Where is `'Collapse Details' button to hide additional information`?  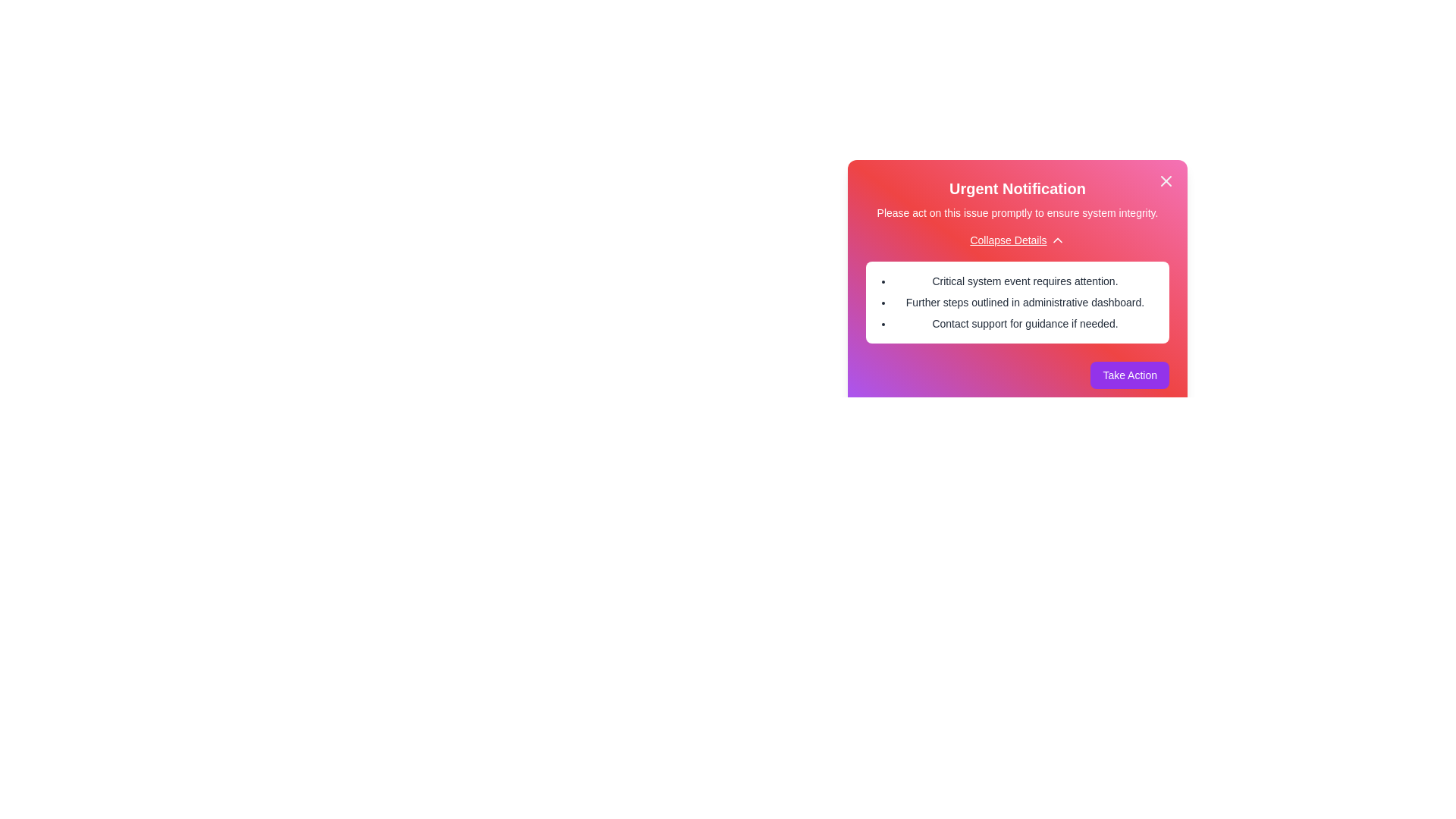 'Collapse Details' button to hide additional information is located at coordinates (1018, 239).